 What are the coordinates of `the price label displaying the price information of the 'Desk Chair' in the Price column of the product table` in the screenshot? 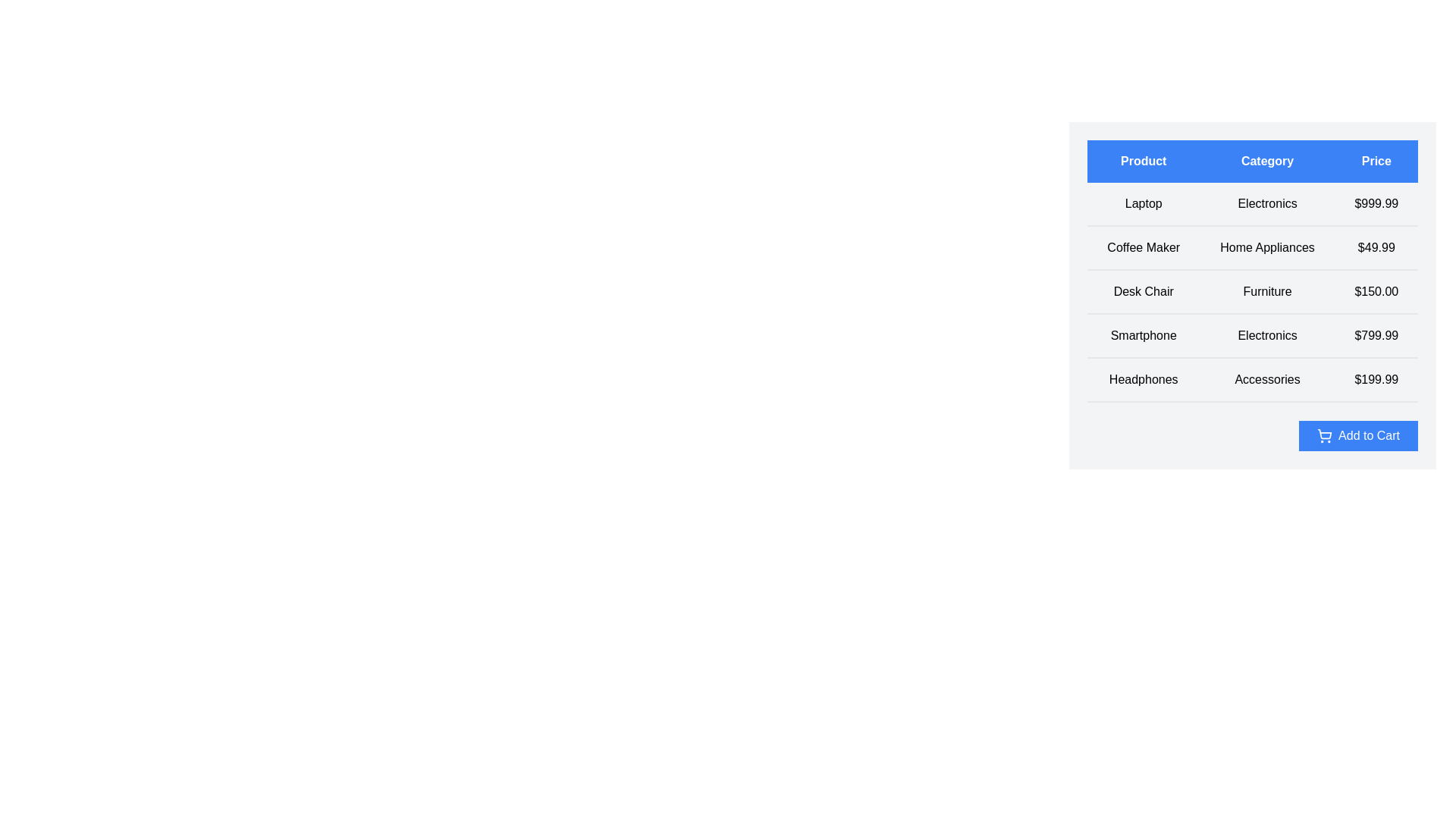 It's located at (1376, 292).